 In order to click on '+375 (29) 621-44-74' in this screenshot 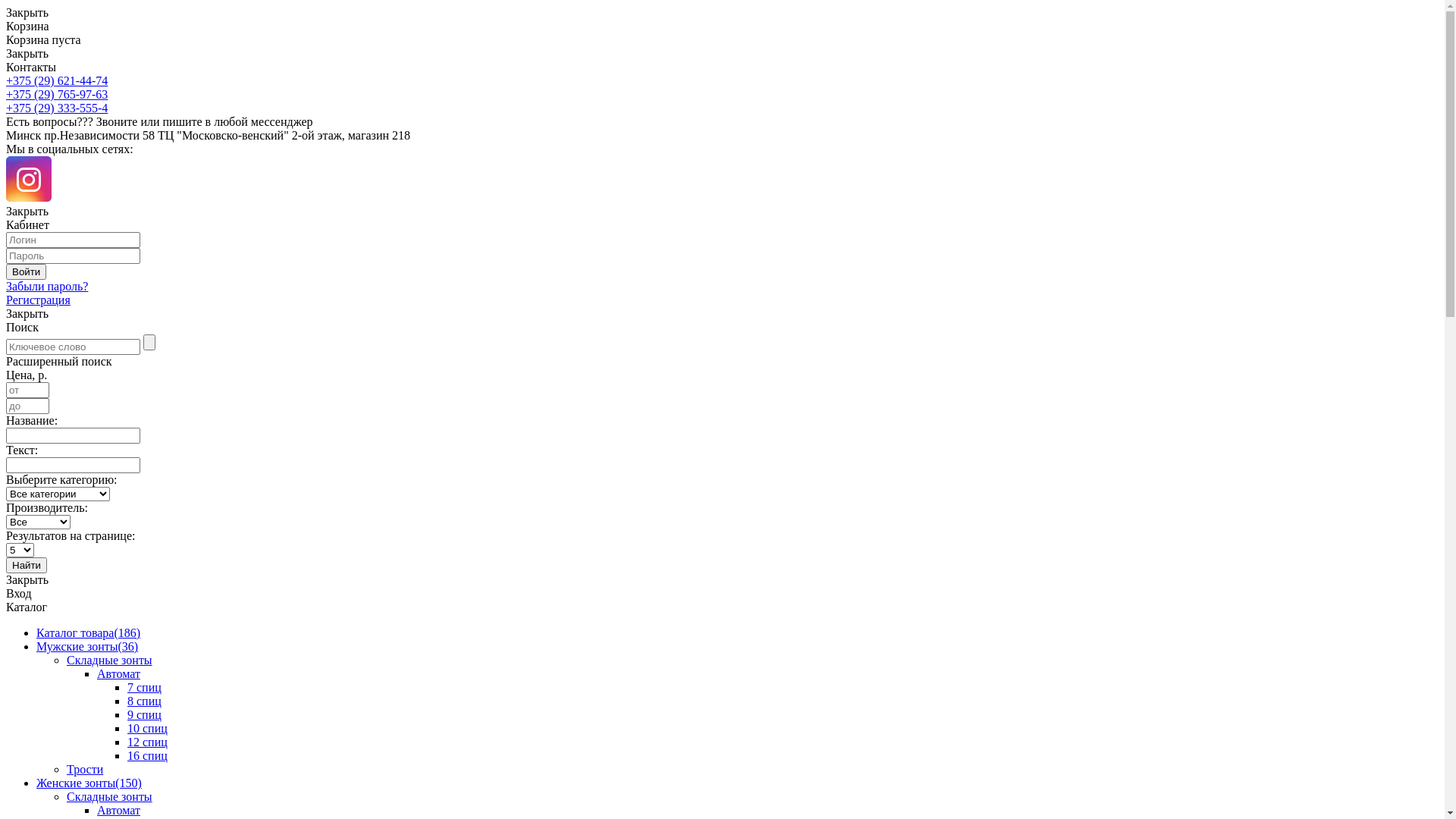, I will do `click(6, 80)`.